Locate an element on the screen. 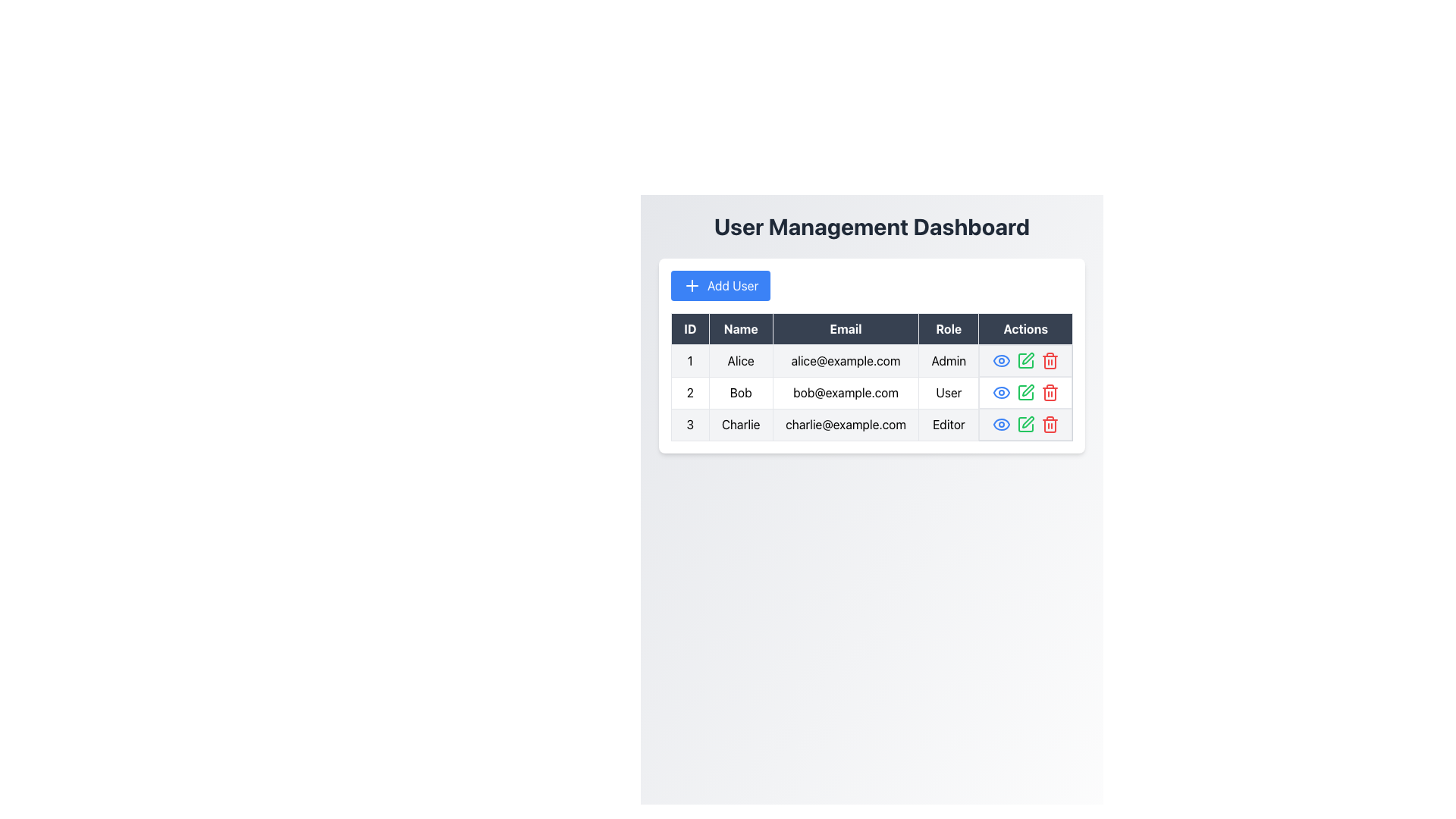  the Table Header Cell indicating the 'ID' column, which is the leftmost element in the header row of the table is located at coordinates (689, 328).